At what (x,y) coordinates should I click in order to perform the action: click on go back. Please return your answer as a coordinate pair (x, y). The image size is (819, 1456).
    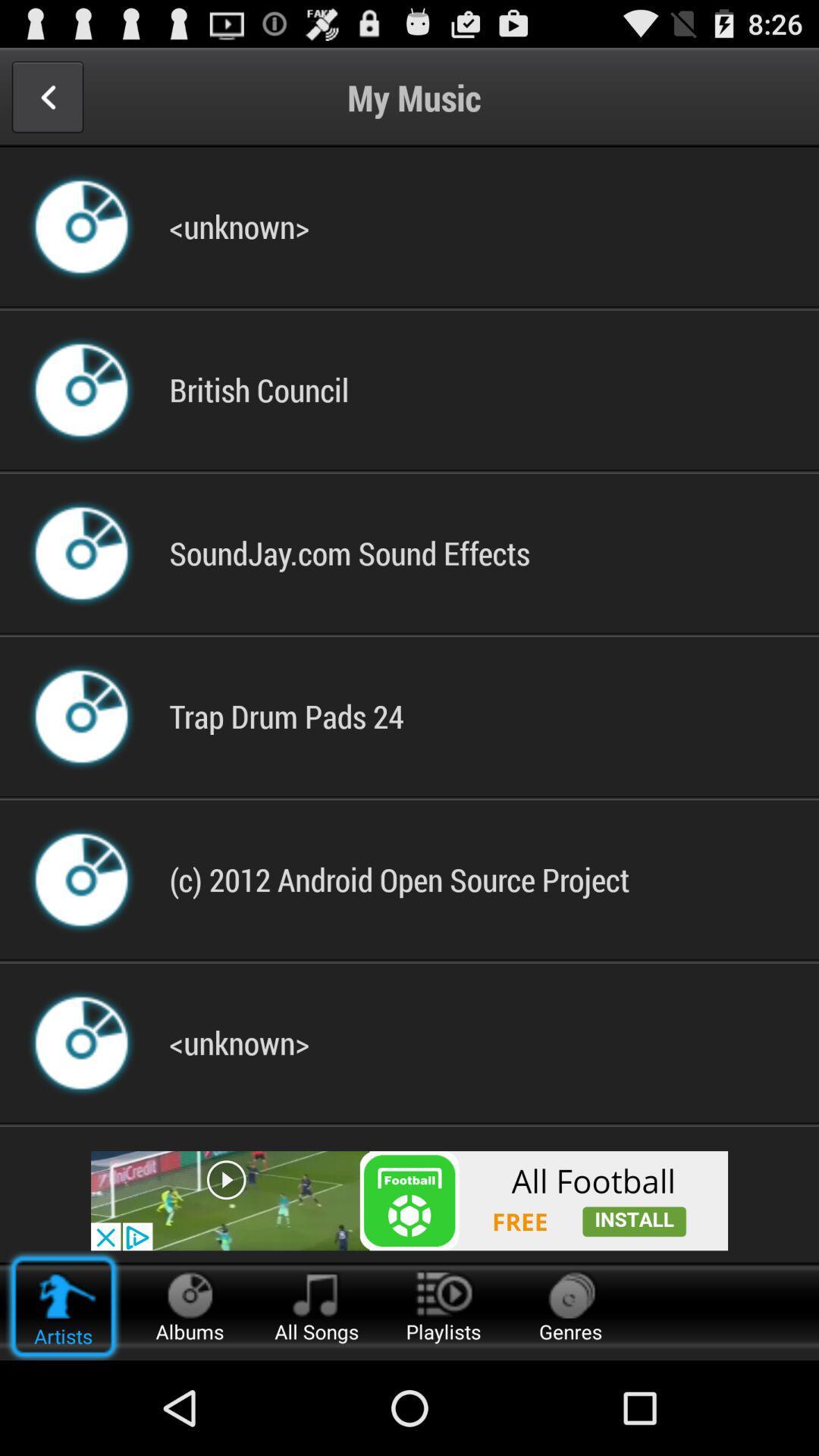
    Looking at the image, I should click on (46, 96).